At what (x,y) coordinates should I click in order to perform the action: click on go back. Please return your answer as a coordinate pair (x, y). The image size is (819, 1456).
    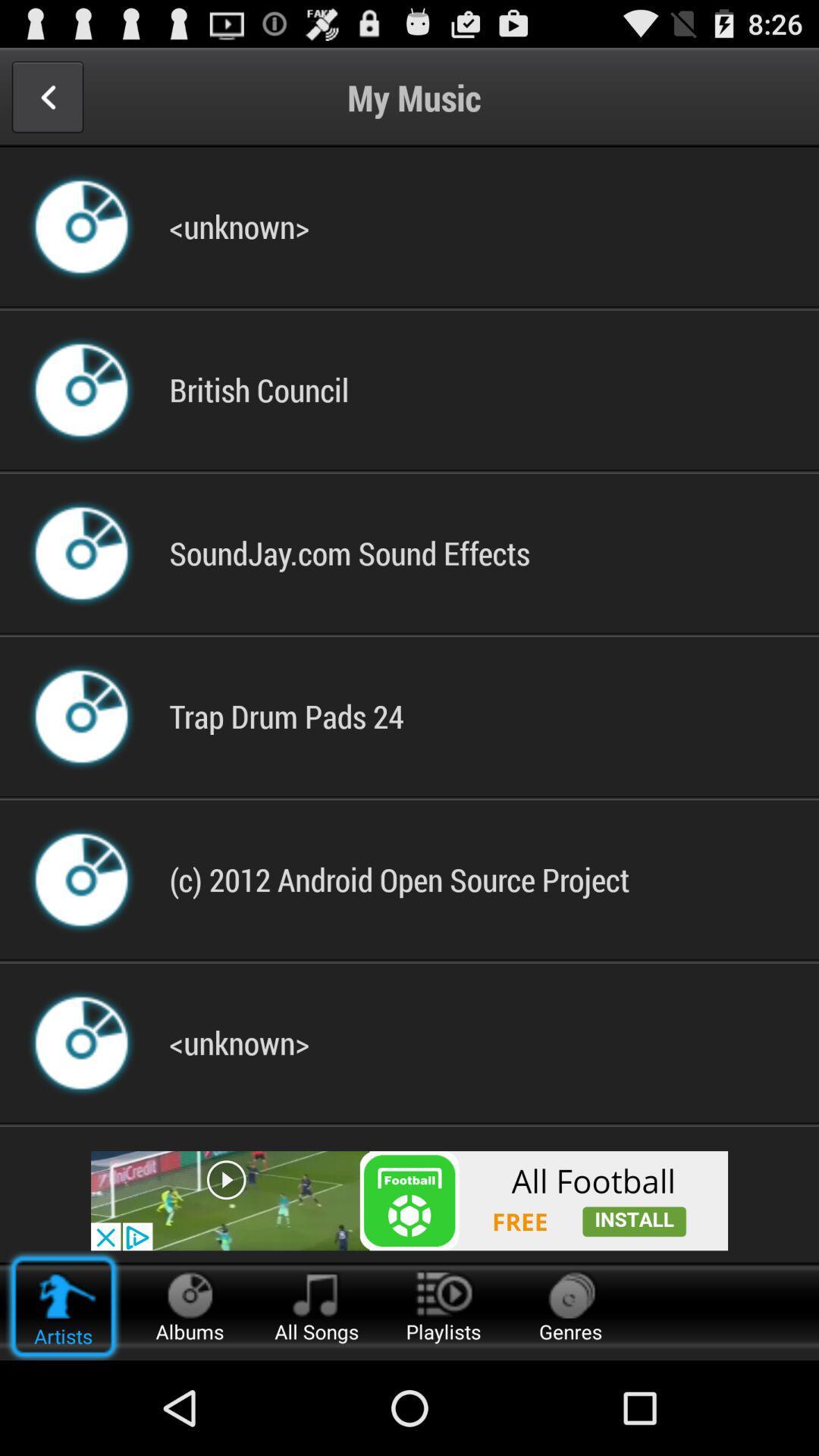
    Looking at the image, I should click on (46, 96).